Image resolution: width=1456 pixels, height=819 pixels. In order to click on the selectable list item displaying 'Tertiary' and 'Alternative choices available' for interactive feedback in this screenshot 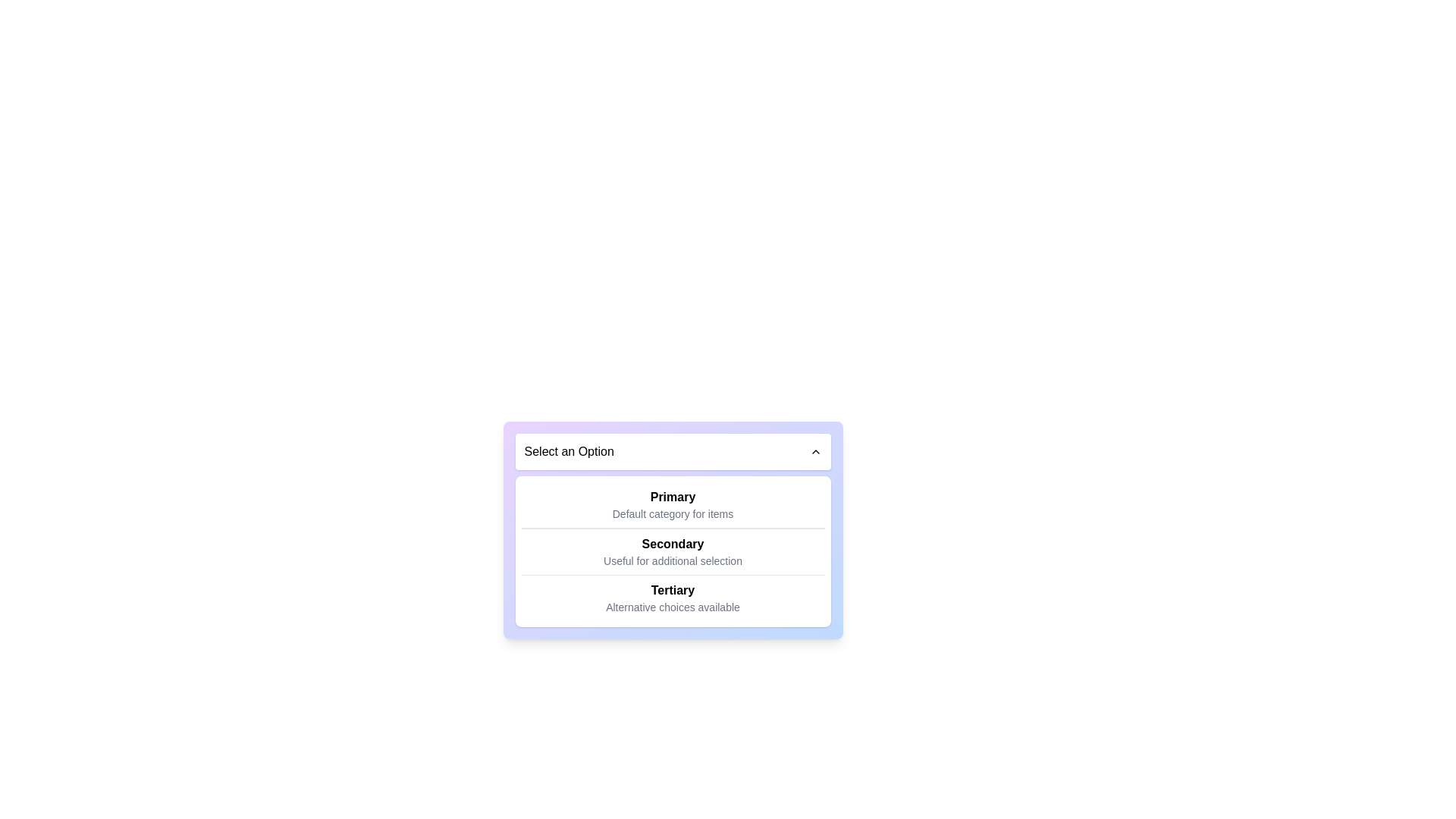, I will do `click(672, 598)`.